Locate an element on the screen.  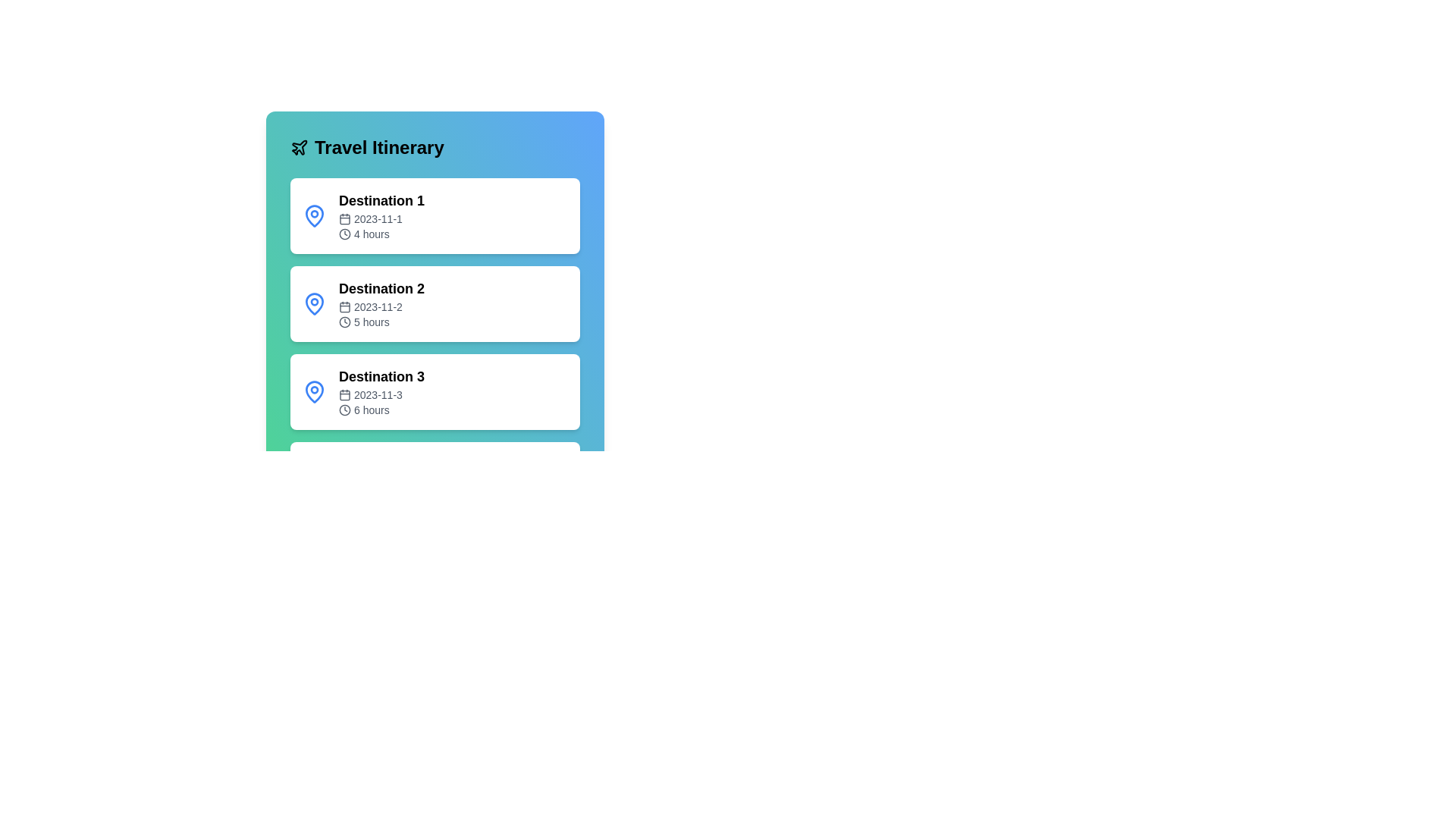
the location pin icon representing 'Destination 1' in the travel itinerary list, which is the topmost list item adjacent to the text 'Destination 1' is located at coordinates (313, 215).